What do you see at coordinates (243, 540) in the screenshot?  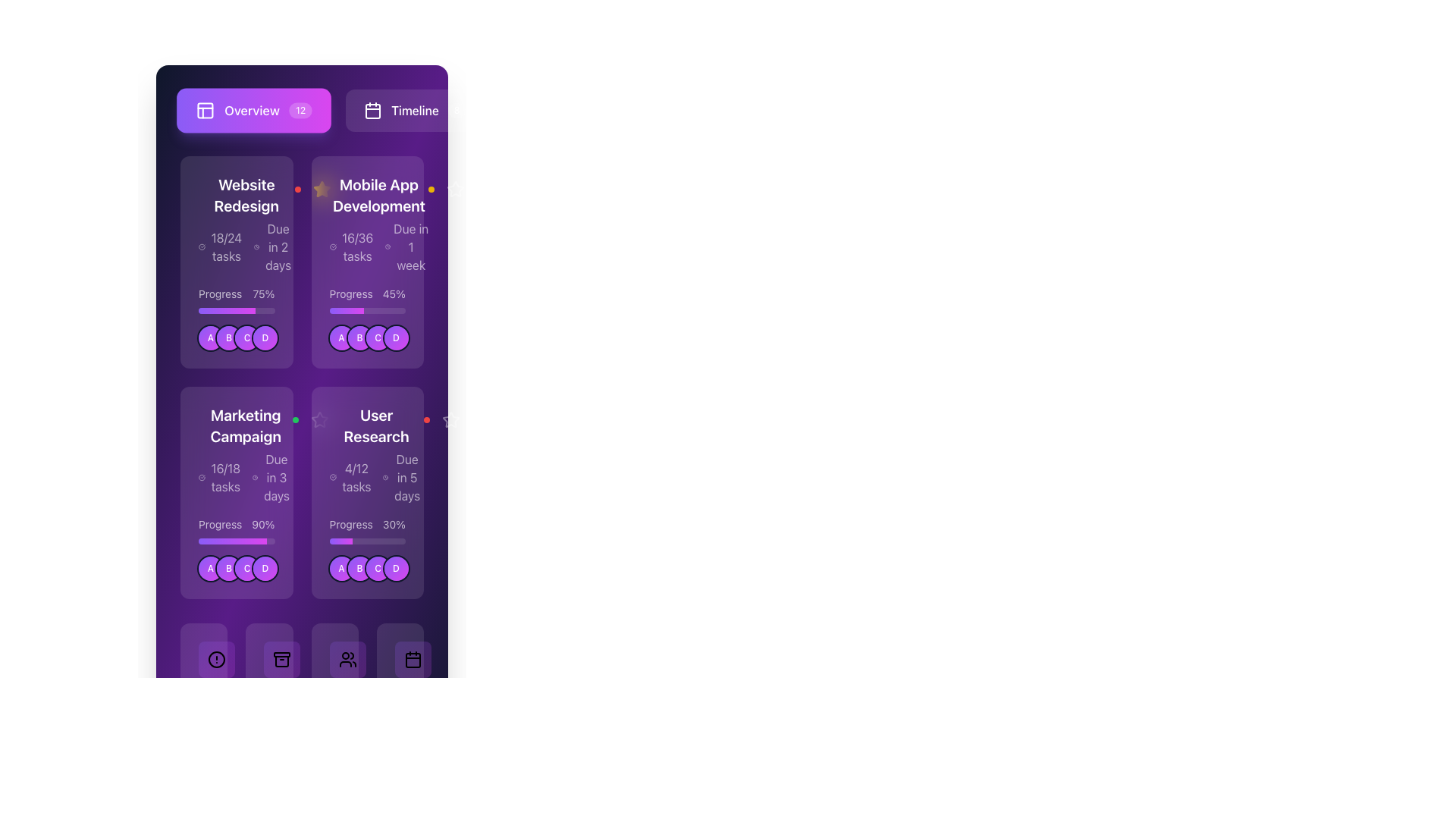 I see `progress bar` at bounding box center [243, 540].